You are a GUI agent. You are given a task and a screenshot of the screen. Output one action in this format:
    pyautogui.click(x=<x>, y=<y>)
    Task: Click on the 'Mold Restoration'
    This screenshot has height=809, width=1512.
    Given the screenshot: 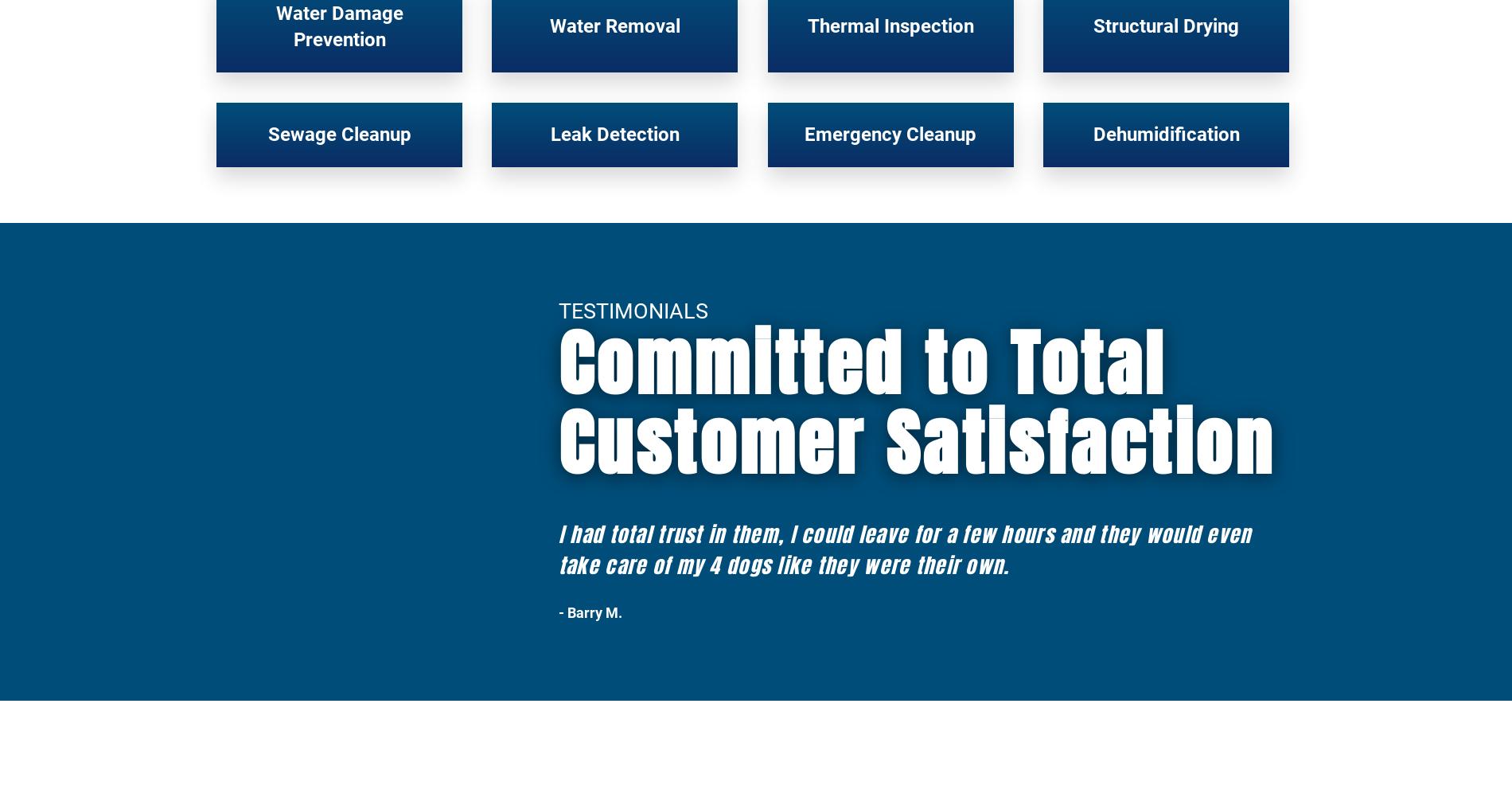 What is the action you would take?
    pyautogui.click(x=399, y=487)
    